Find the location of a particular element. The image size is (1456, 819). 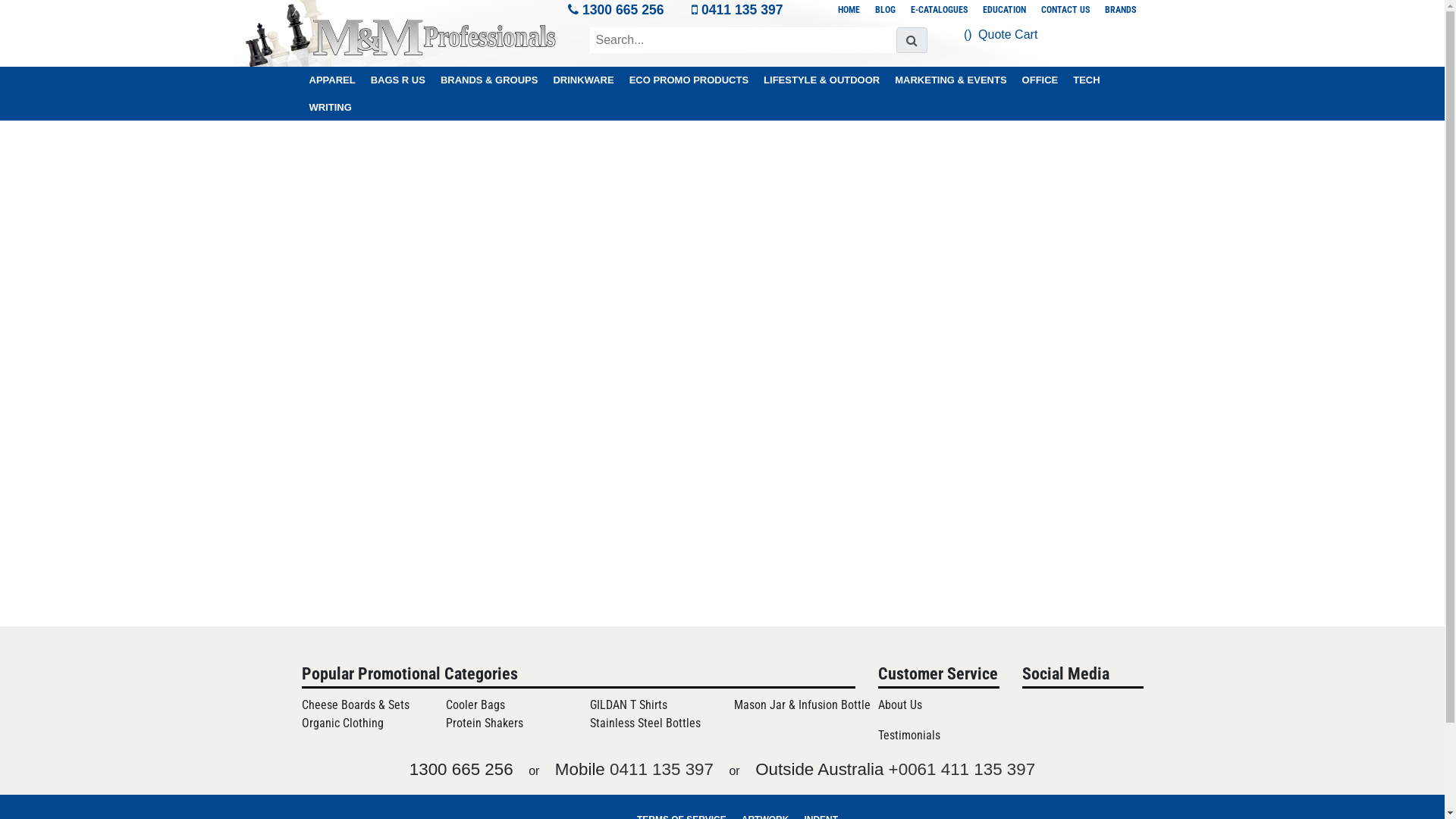

'GILDAN T Shirts' is located at coordinates (629, 704).